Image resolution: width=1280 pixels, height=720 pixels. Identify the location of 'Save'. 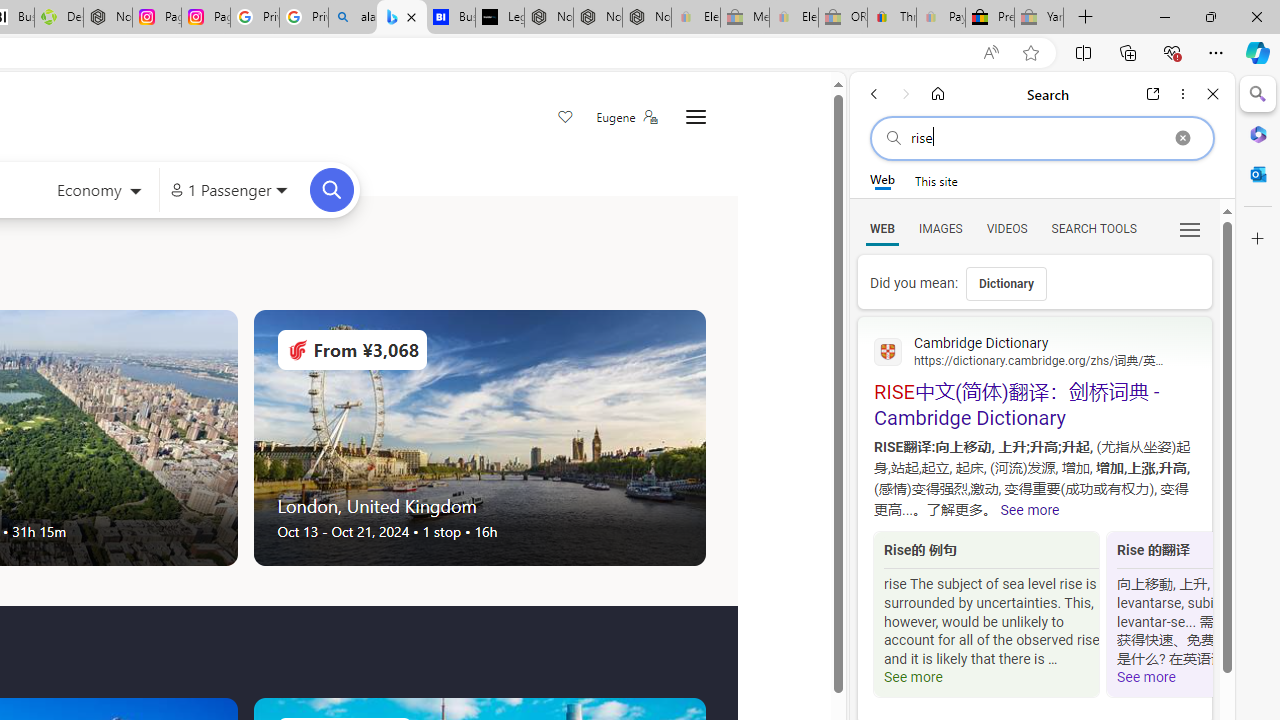
(564, 118).